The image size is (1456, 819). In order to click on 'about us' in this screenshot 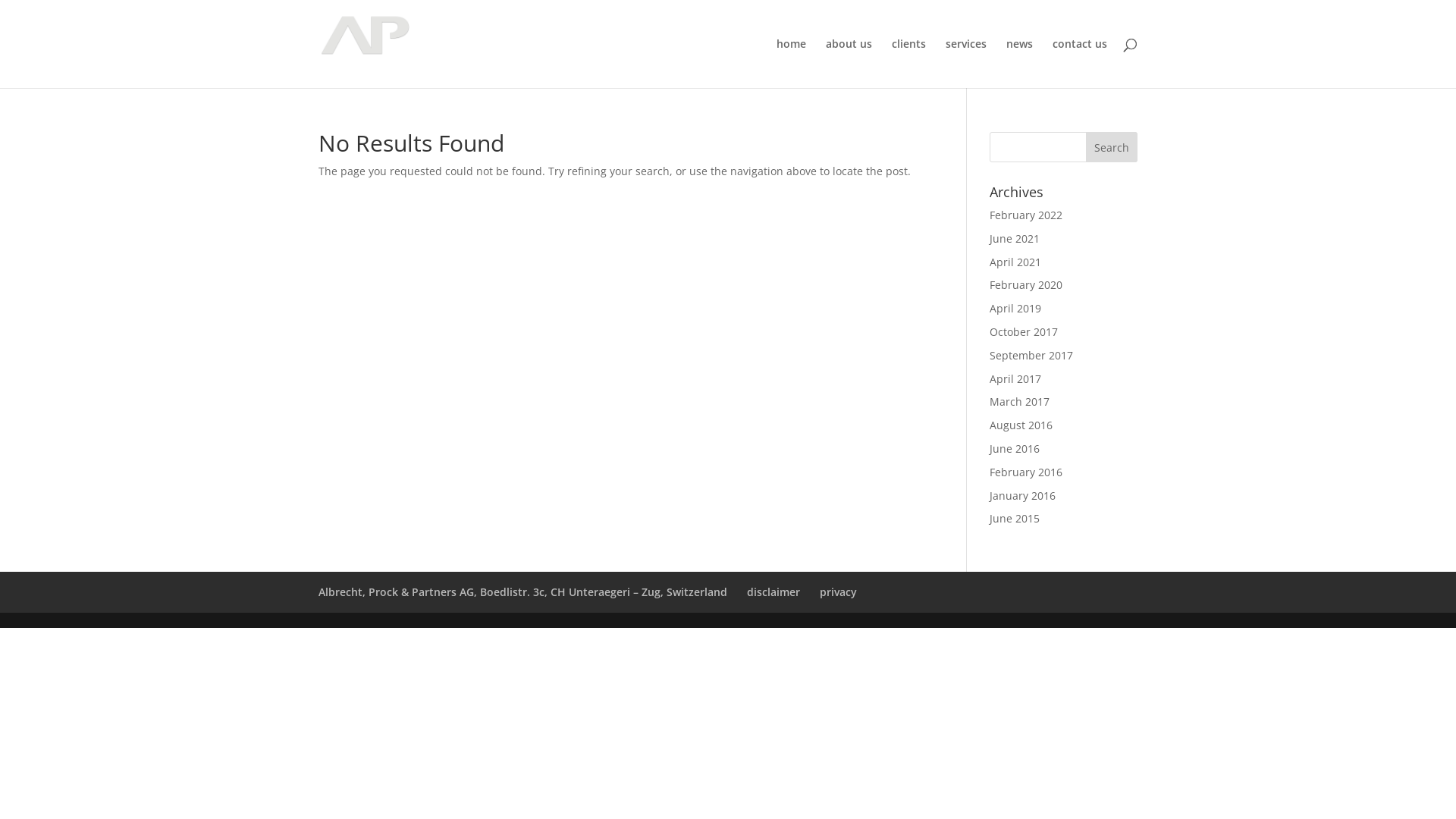, I will do `click(848, 62)`.